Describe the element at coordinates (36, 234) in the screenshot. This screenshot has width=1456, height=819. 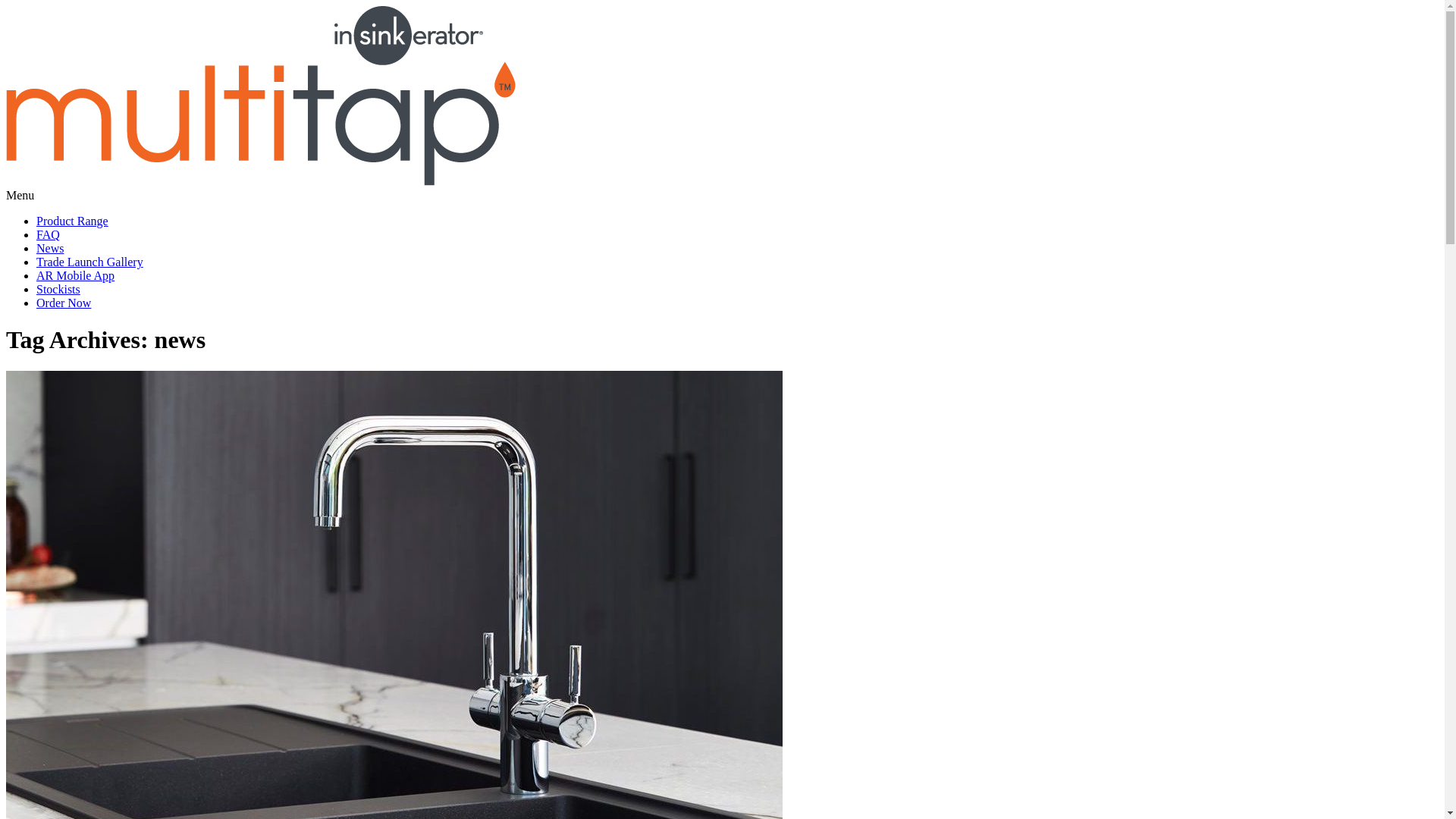
I see `'FAQ'` at that location.